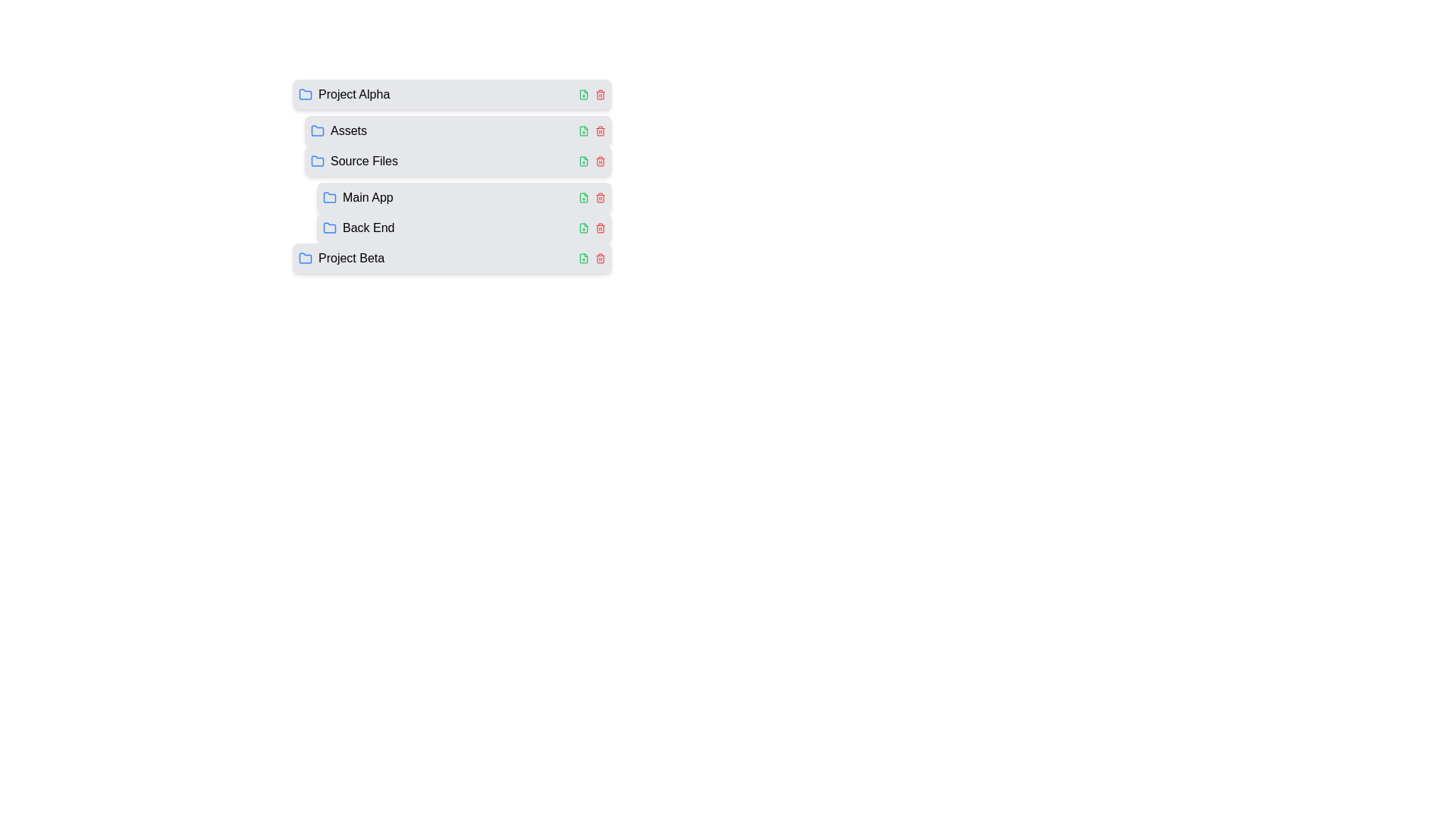 The image size is (1456, 819). What do you see at coordinates (340, 257) in the screenshot?
I see `the list item labeled 'Project Beta'` at bounding box center [340, 257].